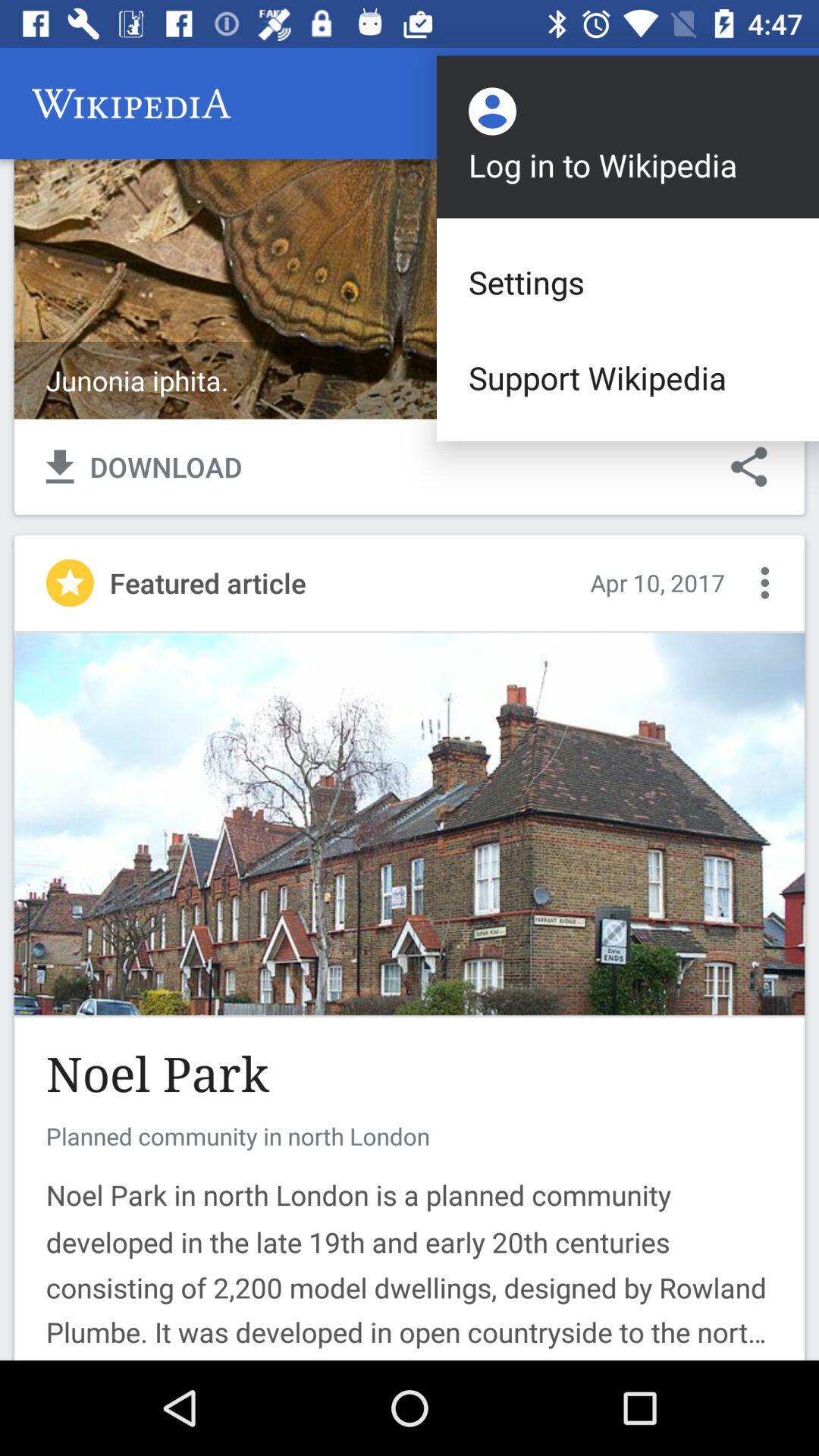 The height and width of the screenshot is (1456, 819). I want to click on settings icon, so click(628, 282).